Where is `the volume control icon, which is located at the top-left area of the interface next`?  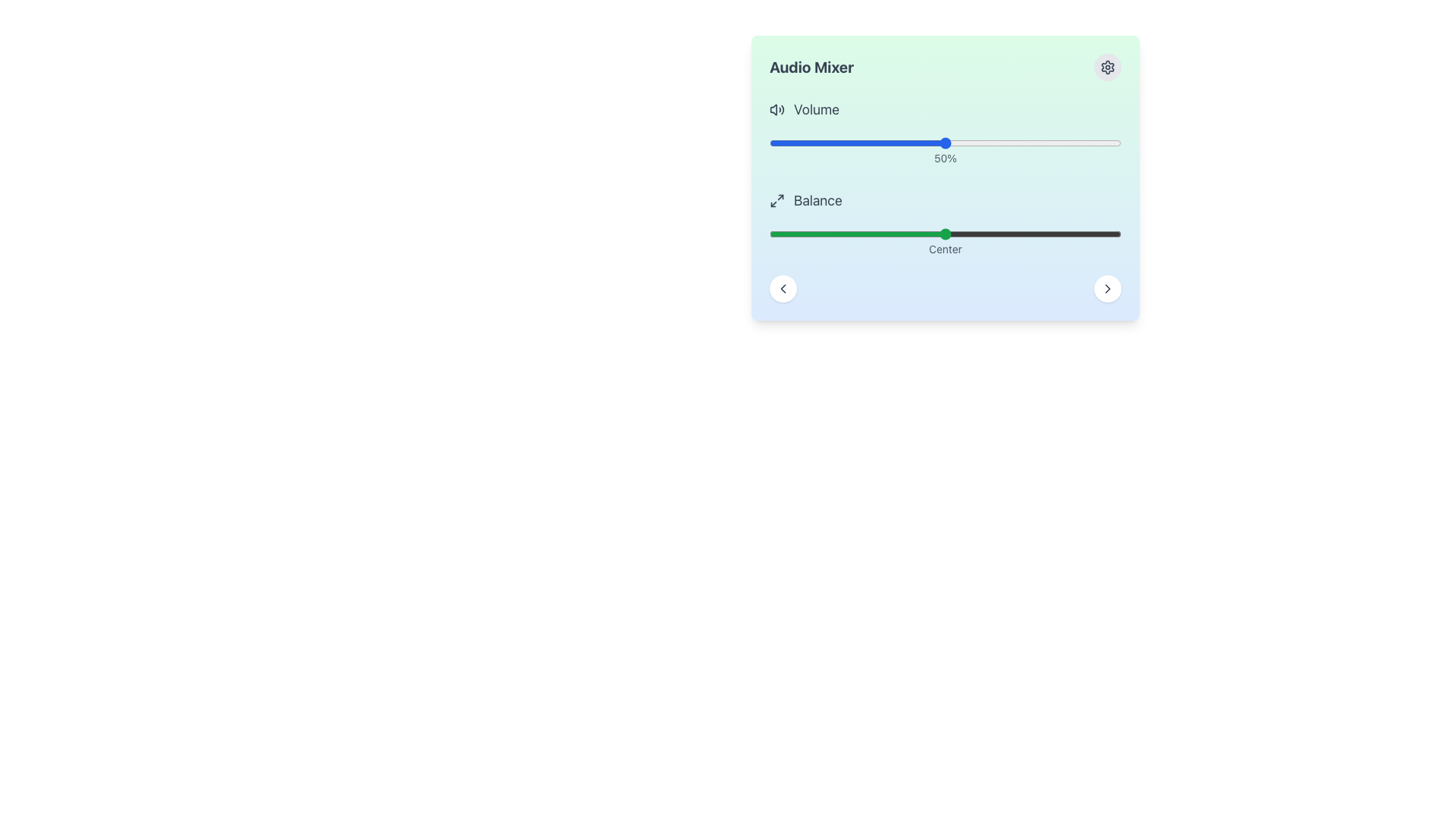 the volume control icon, which is located at the top-left area of the interface next is located at coordinates (773, 109).